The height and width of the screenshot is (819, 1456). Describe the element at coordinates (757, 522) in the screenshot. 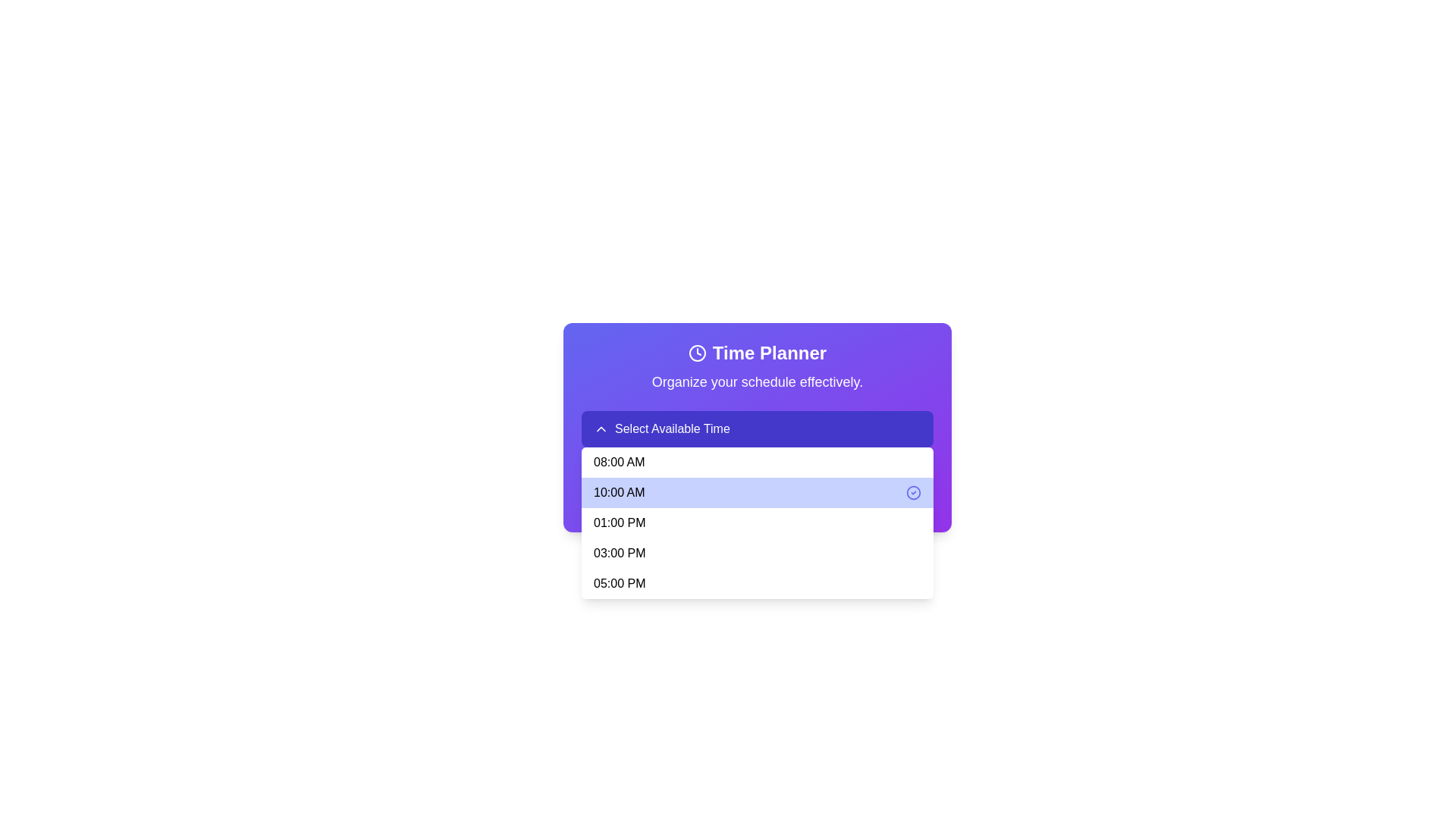

I see `the third time option in the schedule selection dropdown menu, located below the 'Select Available Time' button, which is positioned between '10:00 AM' and '03:00 PM'` at that location.